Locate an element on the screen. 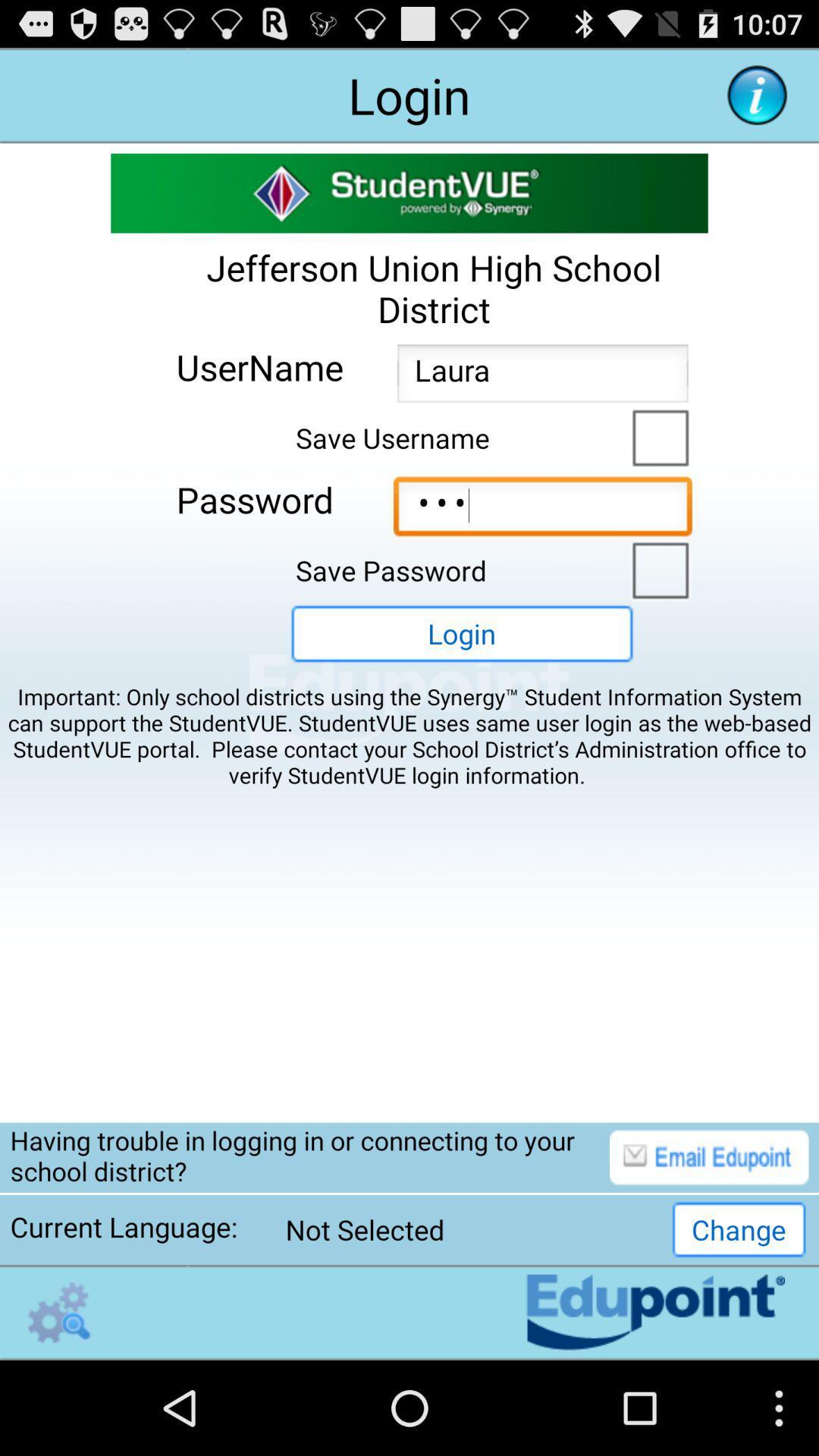 The image size is (819, 1456). setting is located at coordinates (58, 1312).